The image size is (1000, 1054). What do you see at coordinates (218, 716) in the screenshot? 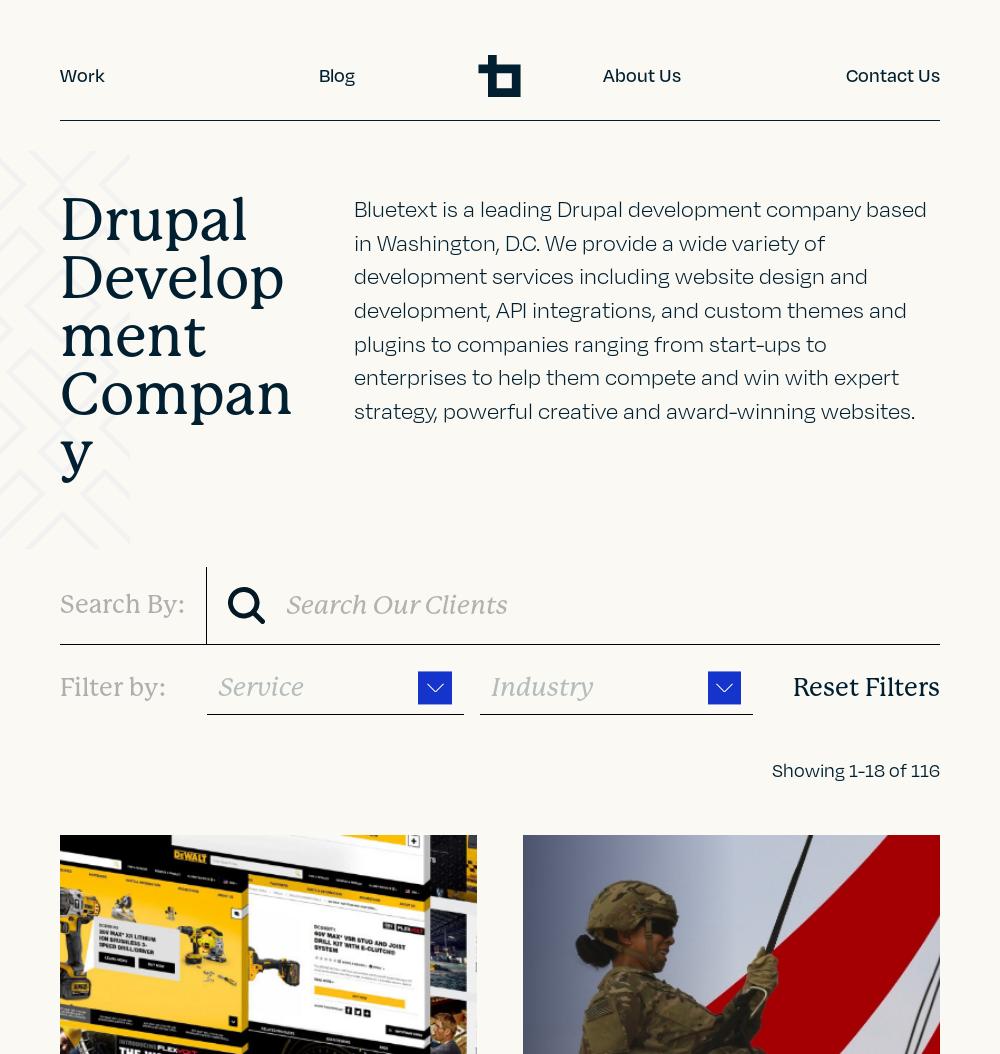
I see `'Check Out our Hall of Fame'` at bounding box center [218, 716].